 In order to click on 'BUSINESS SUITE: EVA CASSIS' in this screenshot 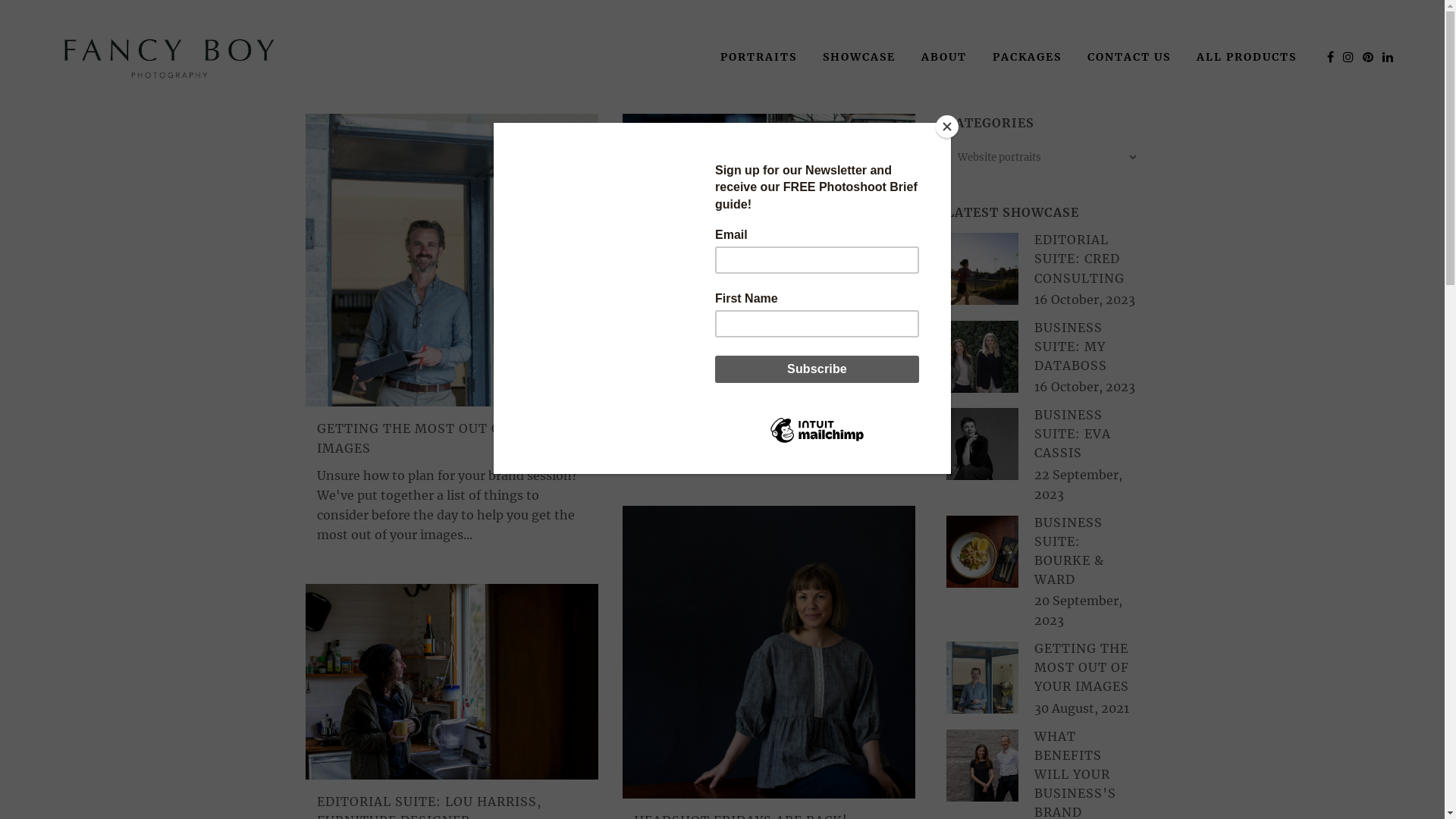, I will do `click(1072, 433)`.